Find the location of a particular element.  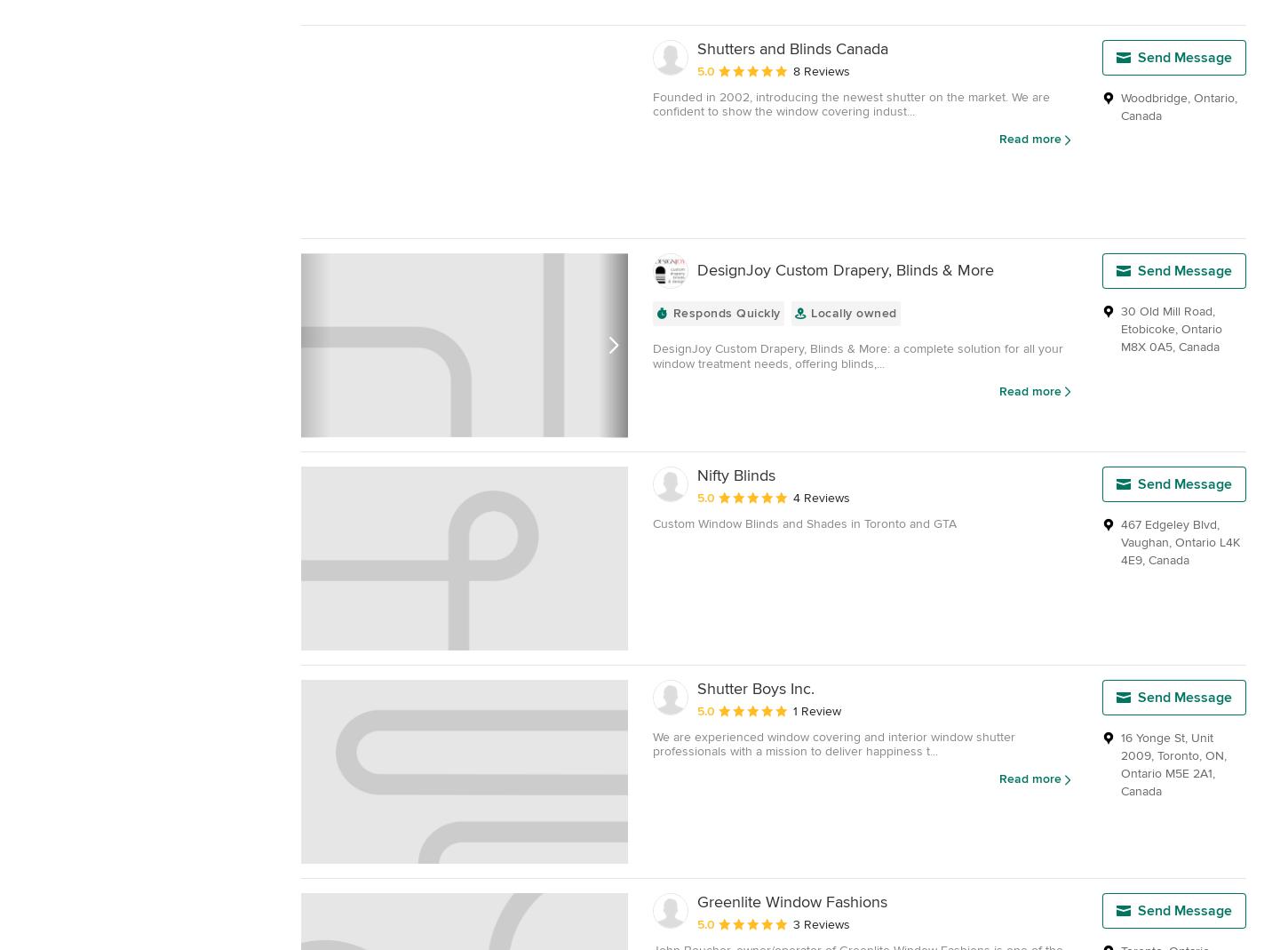

'1 Review' is located at coordinates (816, 710).